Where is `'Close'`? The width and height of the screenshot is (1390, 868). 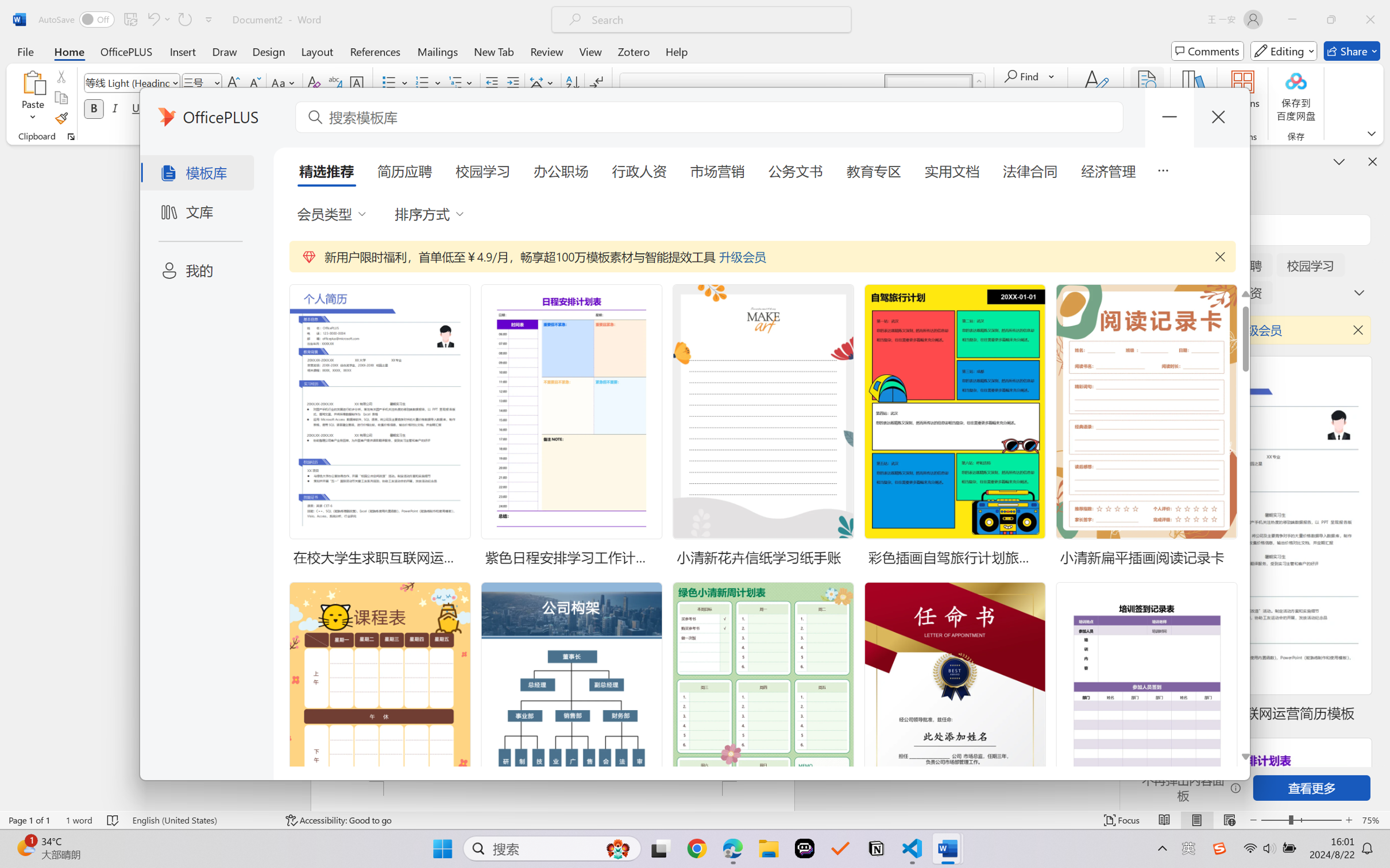 'Close' is located at coordinates (1370, 19).